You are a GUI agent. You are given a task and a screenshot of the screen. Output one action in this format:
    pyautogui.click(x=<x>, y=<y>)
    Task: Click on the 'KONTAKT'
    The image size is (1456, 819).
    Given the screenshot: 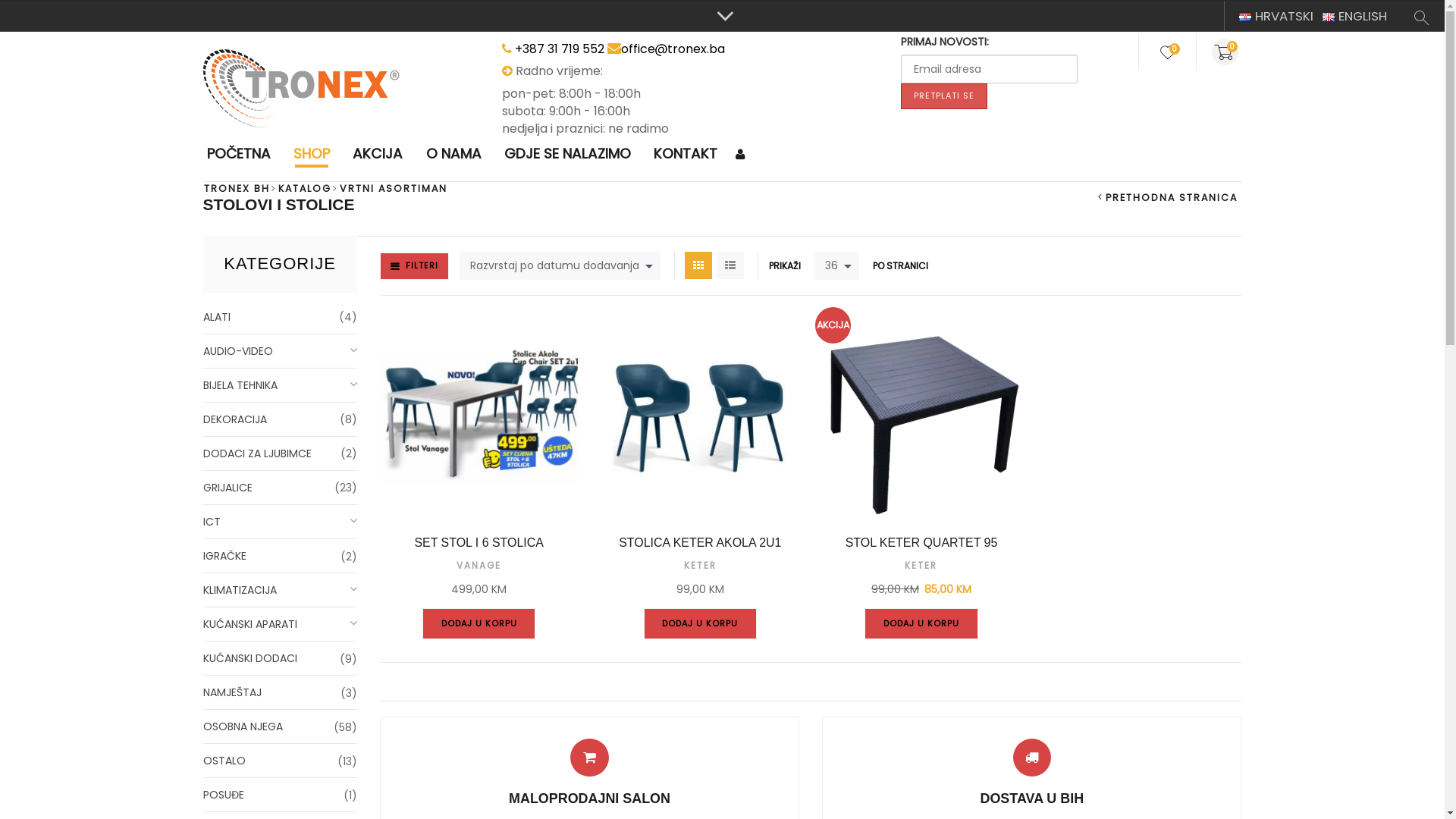 What is the action you would take?
    pyautogui.click(x=684, y=154)
    